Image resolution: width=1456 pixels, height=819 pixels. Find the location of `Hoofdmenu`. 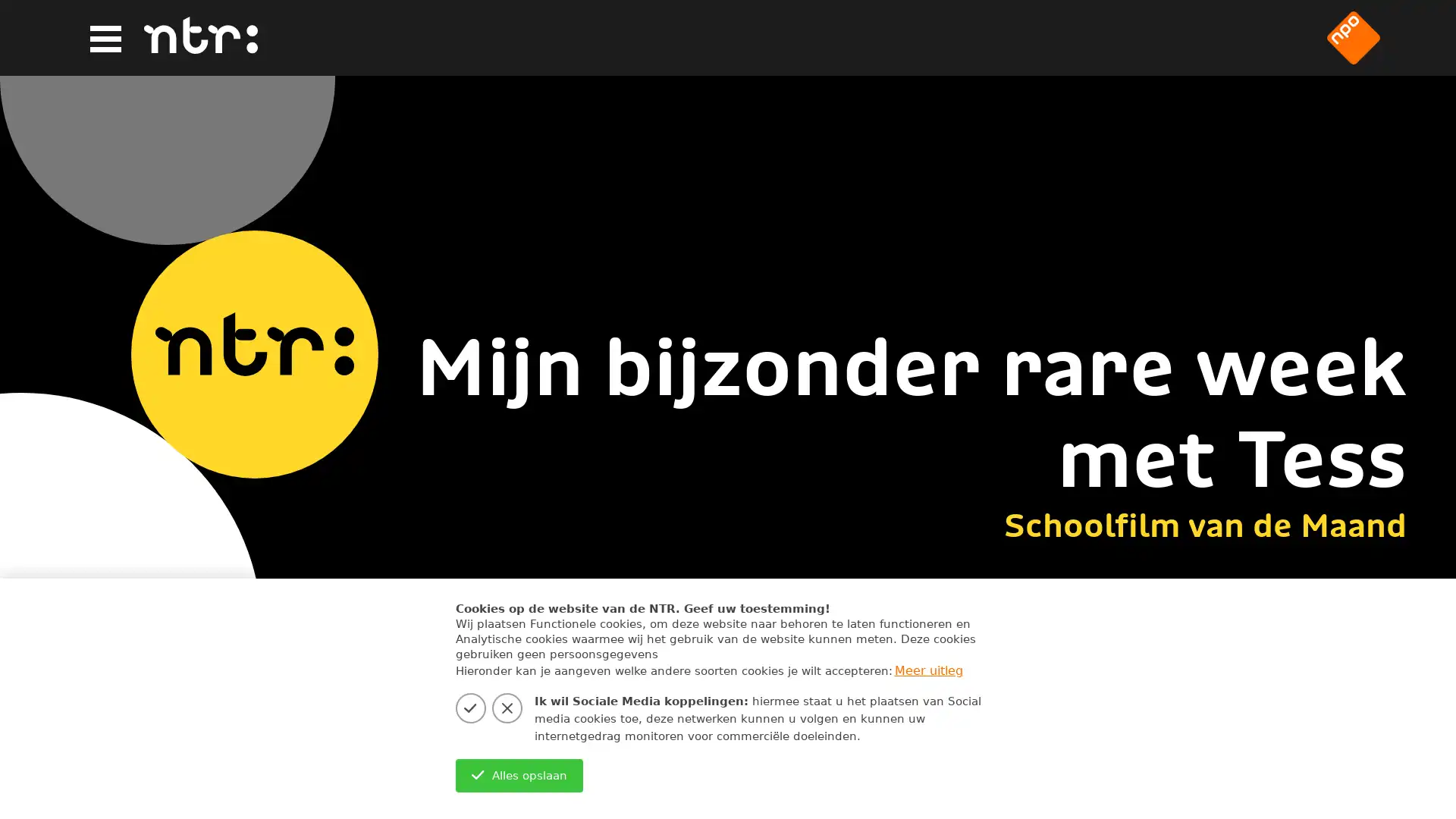

Hoofdmenu is located at coordinates (103, 38).